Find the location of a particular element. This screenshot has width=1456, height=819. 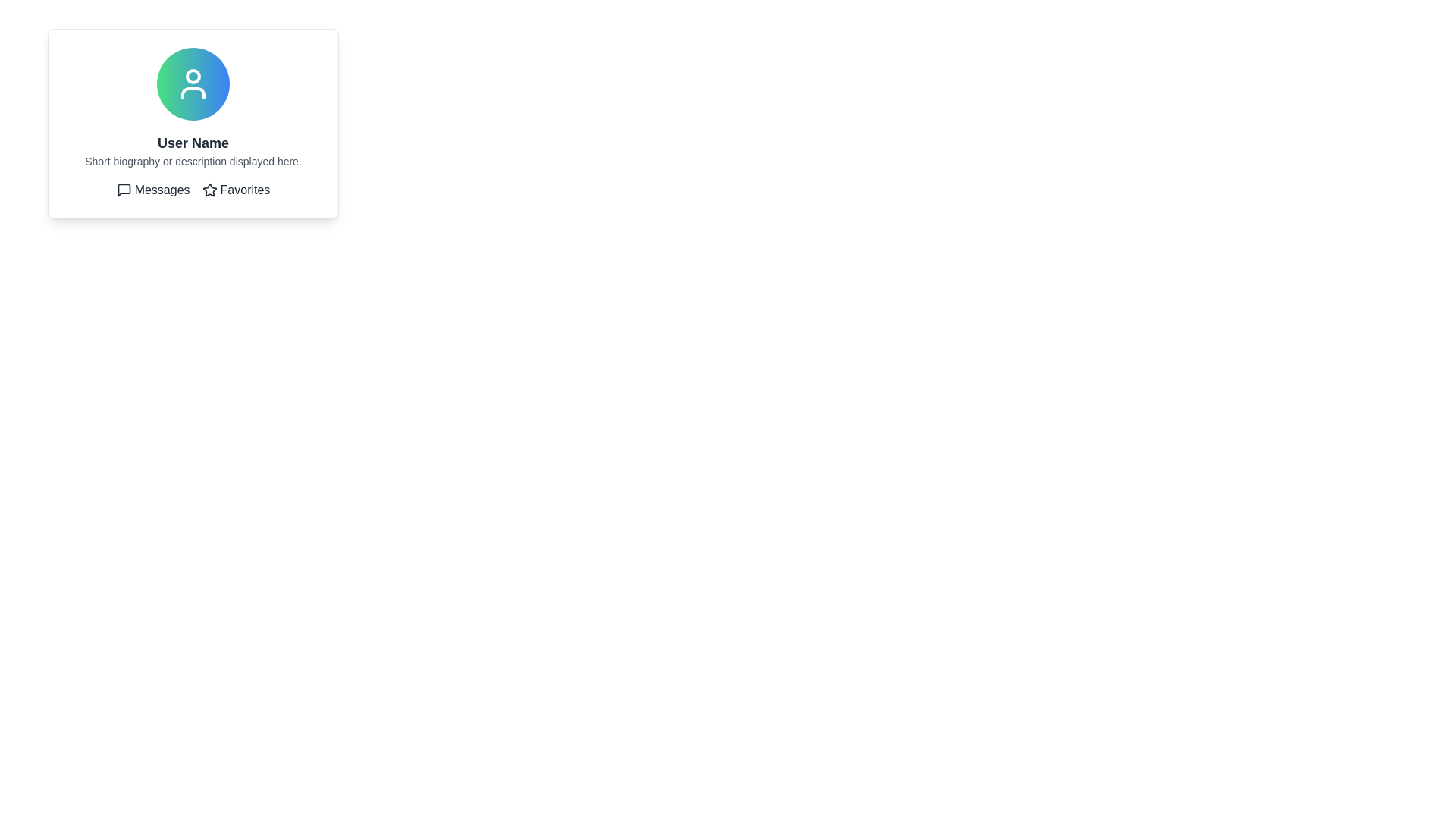

the button that accesses messages, which is the first item in a row below the user profile card, to change its appearance is located at coordinates (153, 189).